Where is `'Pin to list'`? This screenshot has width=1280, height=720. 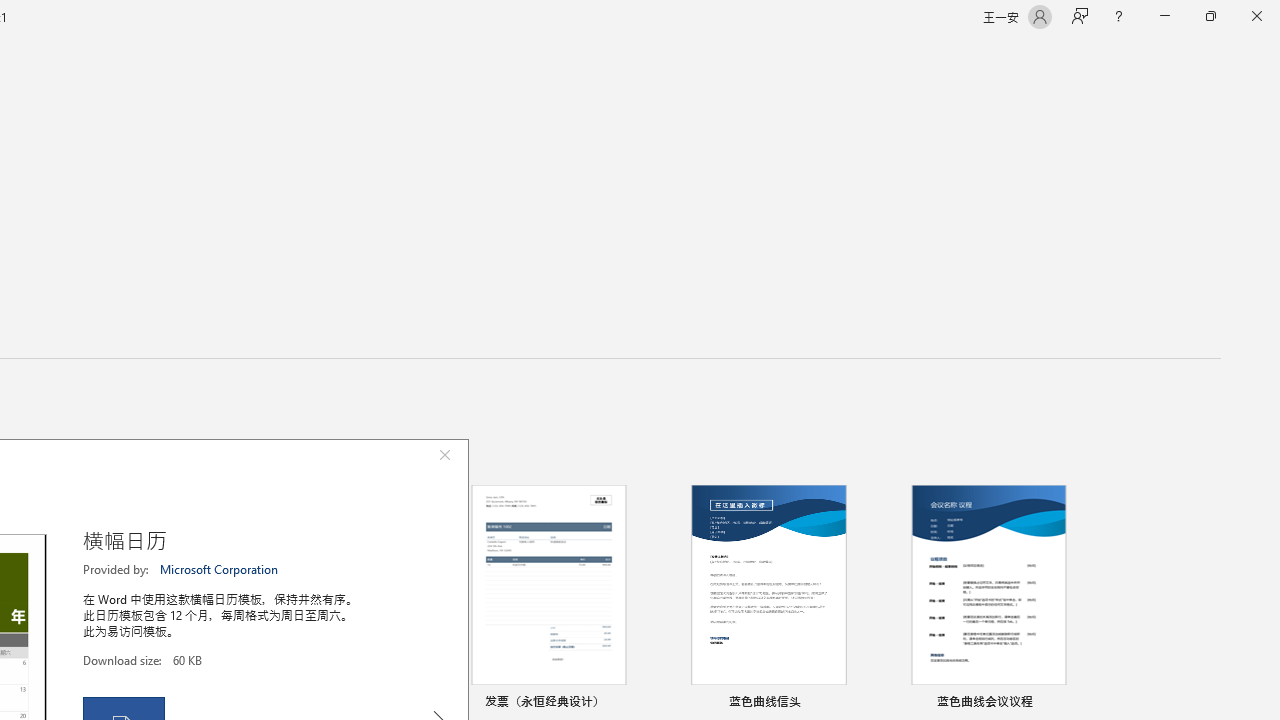
'Pin to list' is located at coordinates (1074, 702).